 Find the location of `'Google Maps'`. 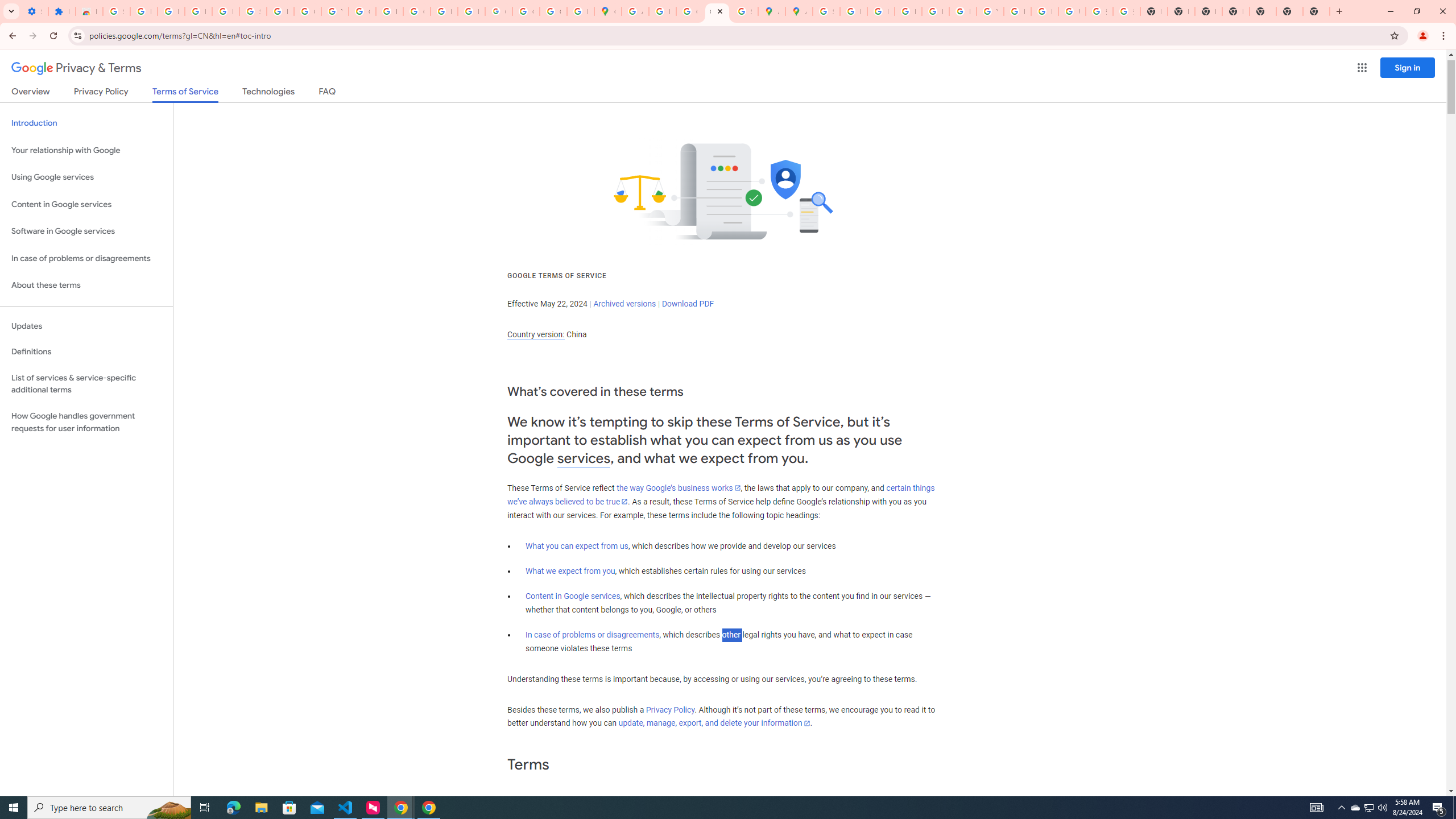

'Google Maps' is located at coordinates (607, 11).